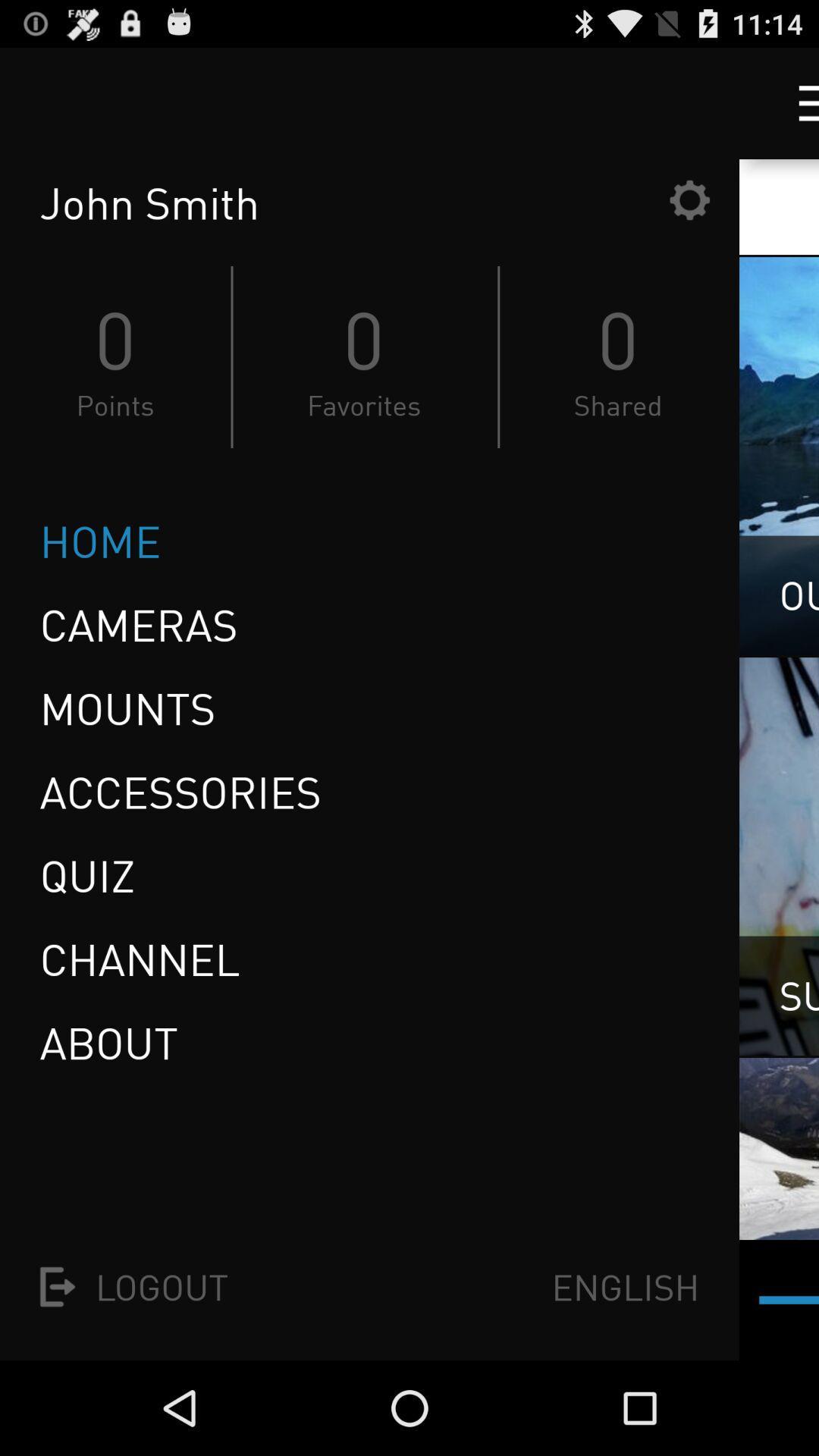  I want to click on english icon, so click(626, 1286).